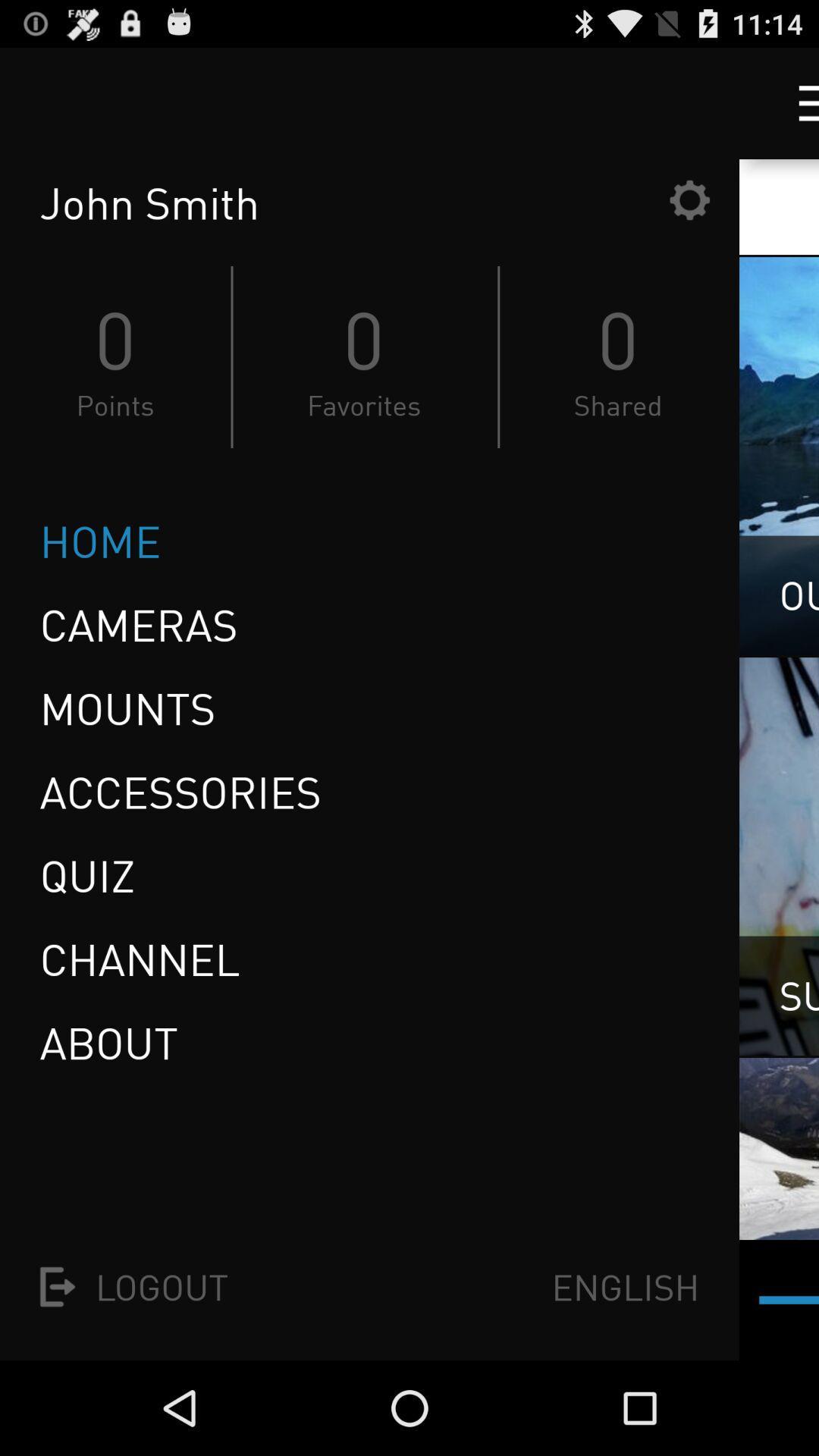  I want to click on english icon, so click(626, 1286).